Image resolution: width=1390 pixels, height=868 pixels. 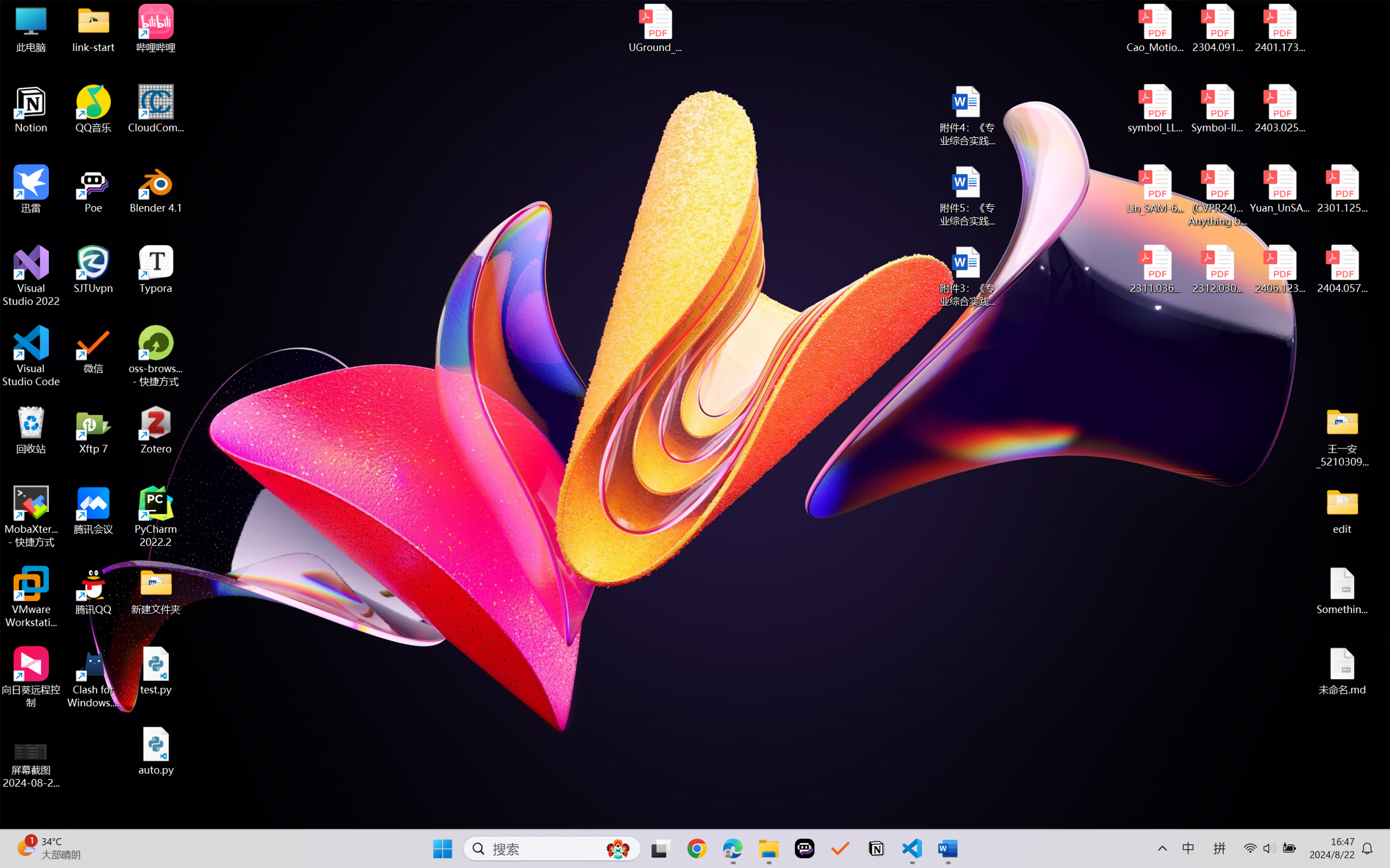 I want to click on 'Class: NetUIScrollBar', so click(x=1383, y=477).